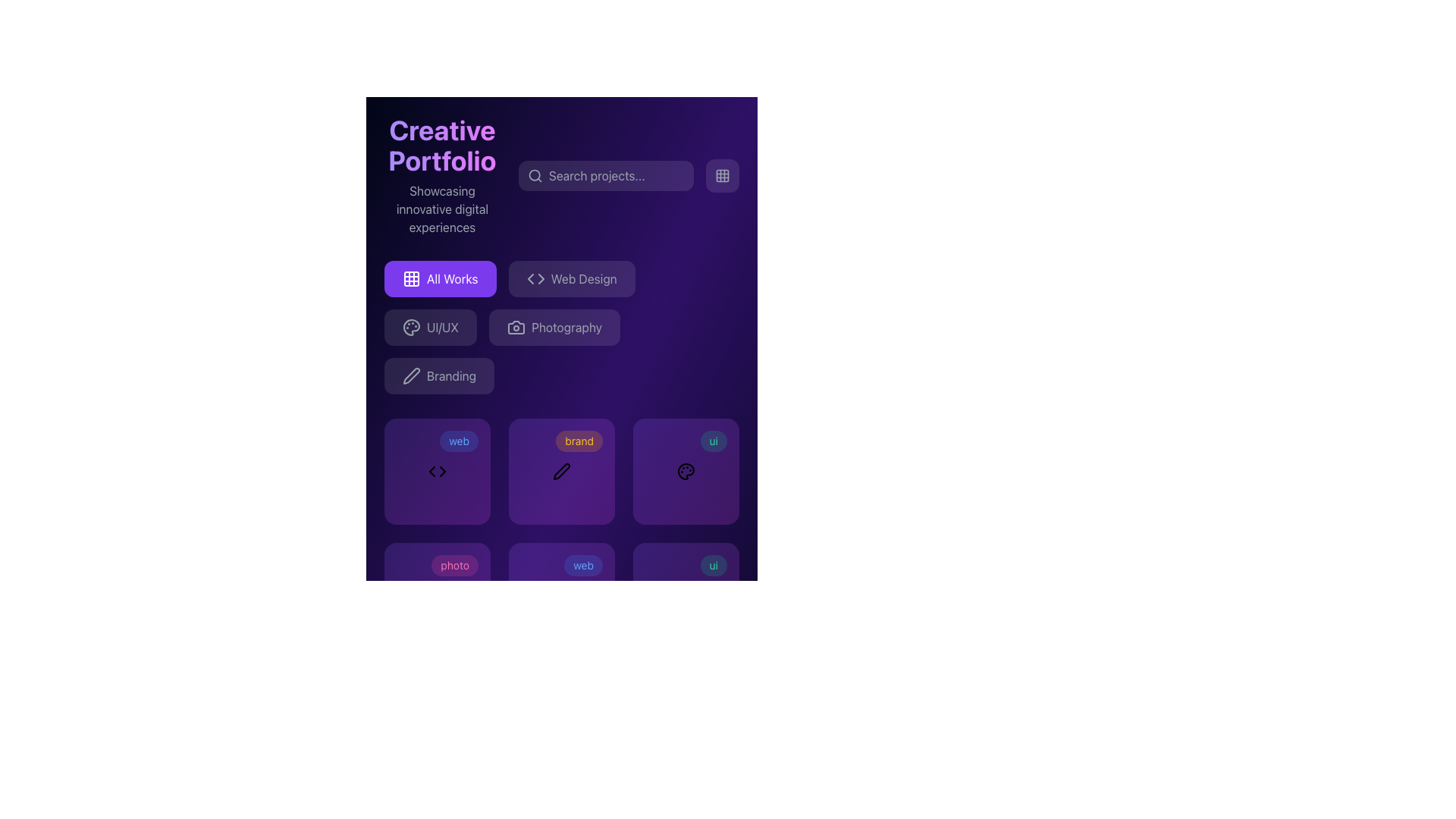 Image resolution: width=1456 pixels, height=819 pixels. Describe the element at coordinates (535, 278) in the screenshot. I see `the decorative icon associated with the 'Web Design' category, which is located to the left of the 'Web Design' button in the second row of menu options` at that location.